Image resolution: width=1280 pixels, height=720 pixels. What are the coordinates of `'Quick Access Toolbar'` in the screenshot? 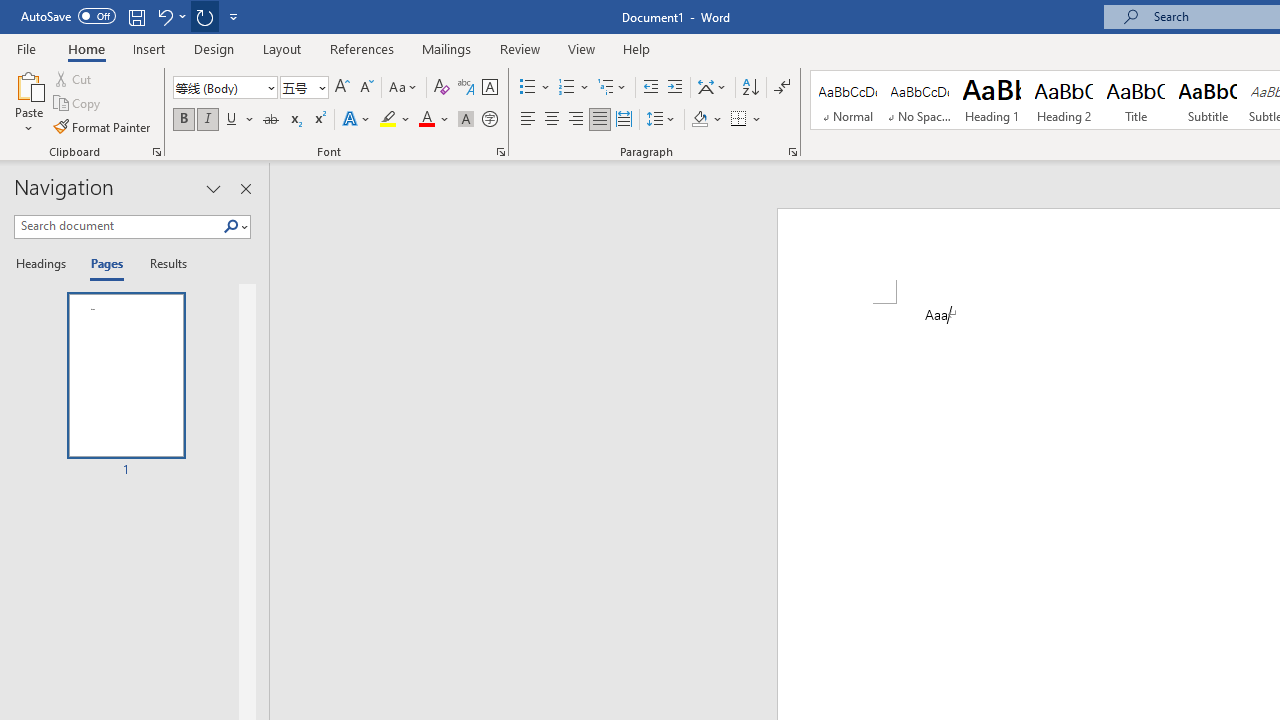 It's located at (130, 16).